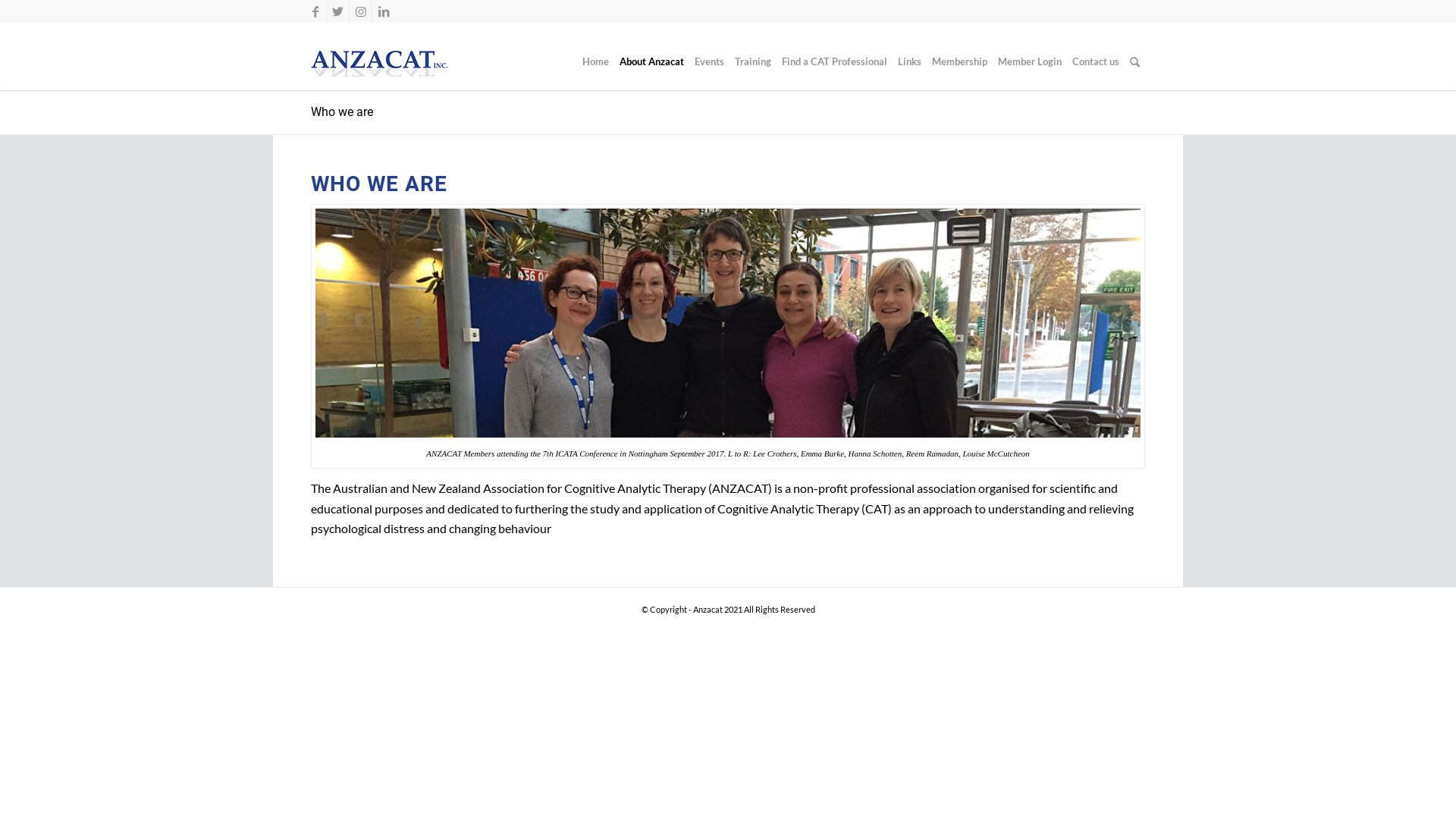  Describe the element at coordinates (383, 11) in the screenshot. I see `'LinkedIn'` at that location.